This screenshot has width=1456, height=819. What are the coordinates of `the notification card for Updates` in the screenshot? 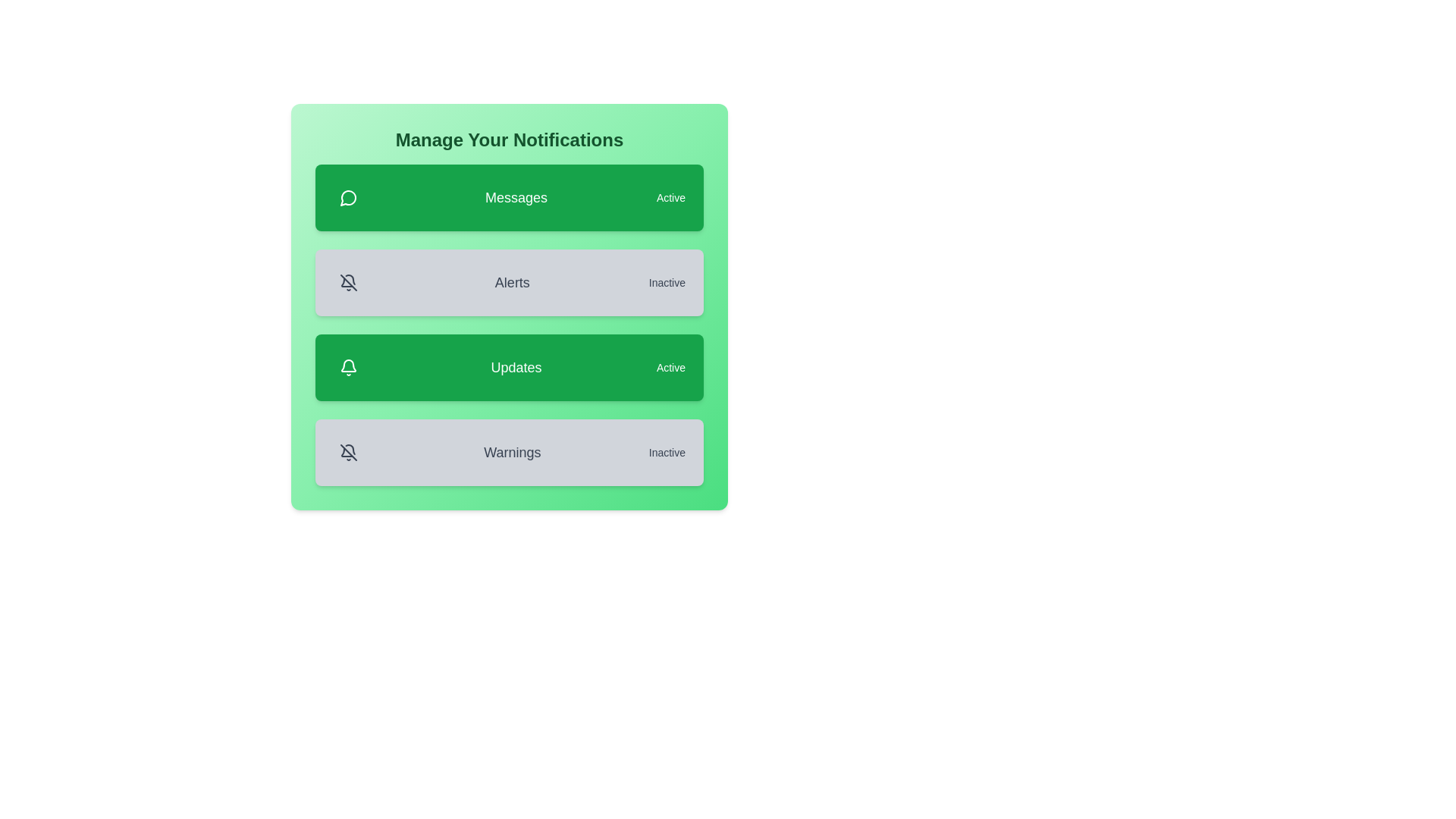 It's located at (510, 368).